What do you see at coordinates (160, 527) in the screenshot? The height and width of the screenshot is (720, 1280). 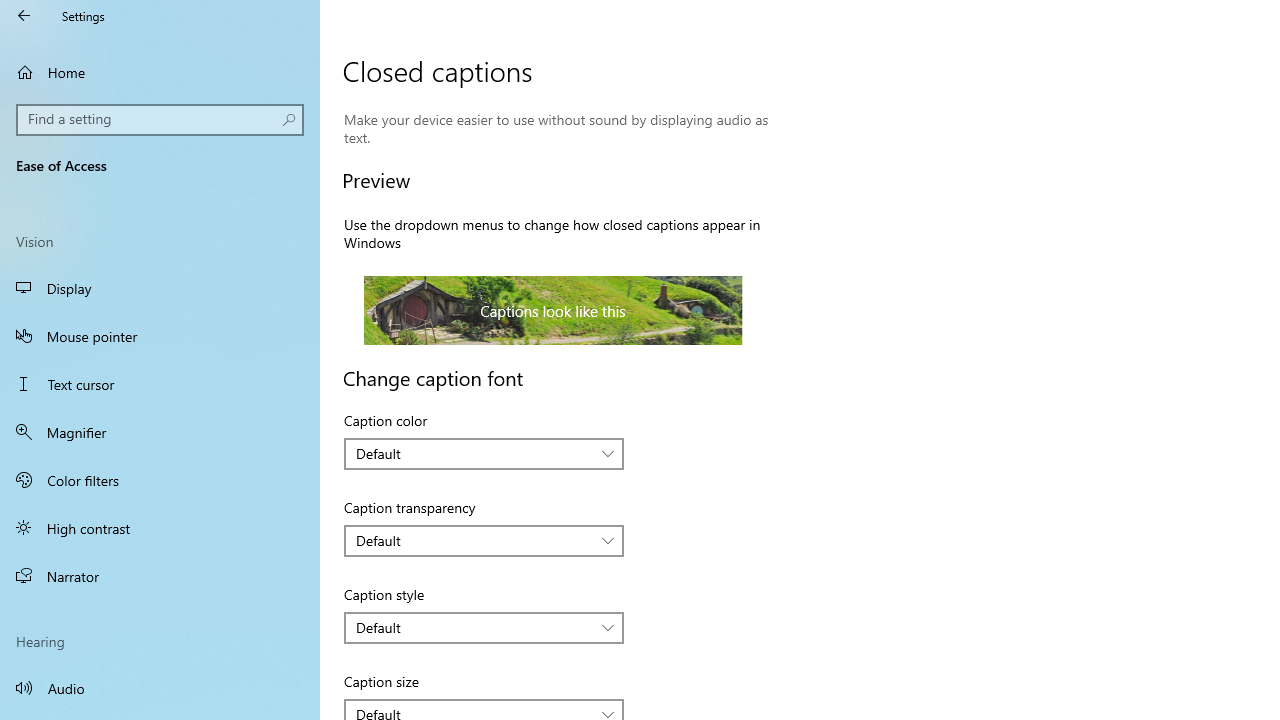 I see `'High contrast'` at bounding box center [160, 527].